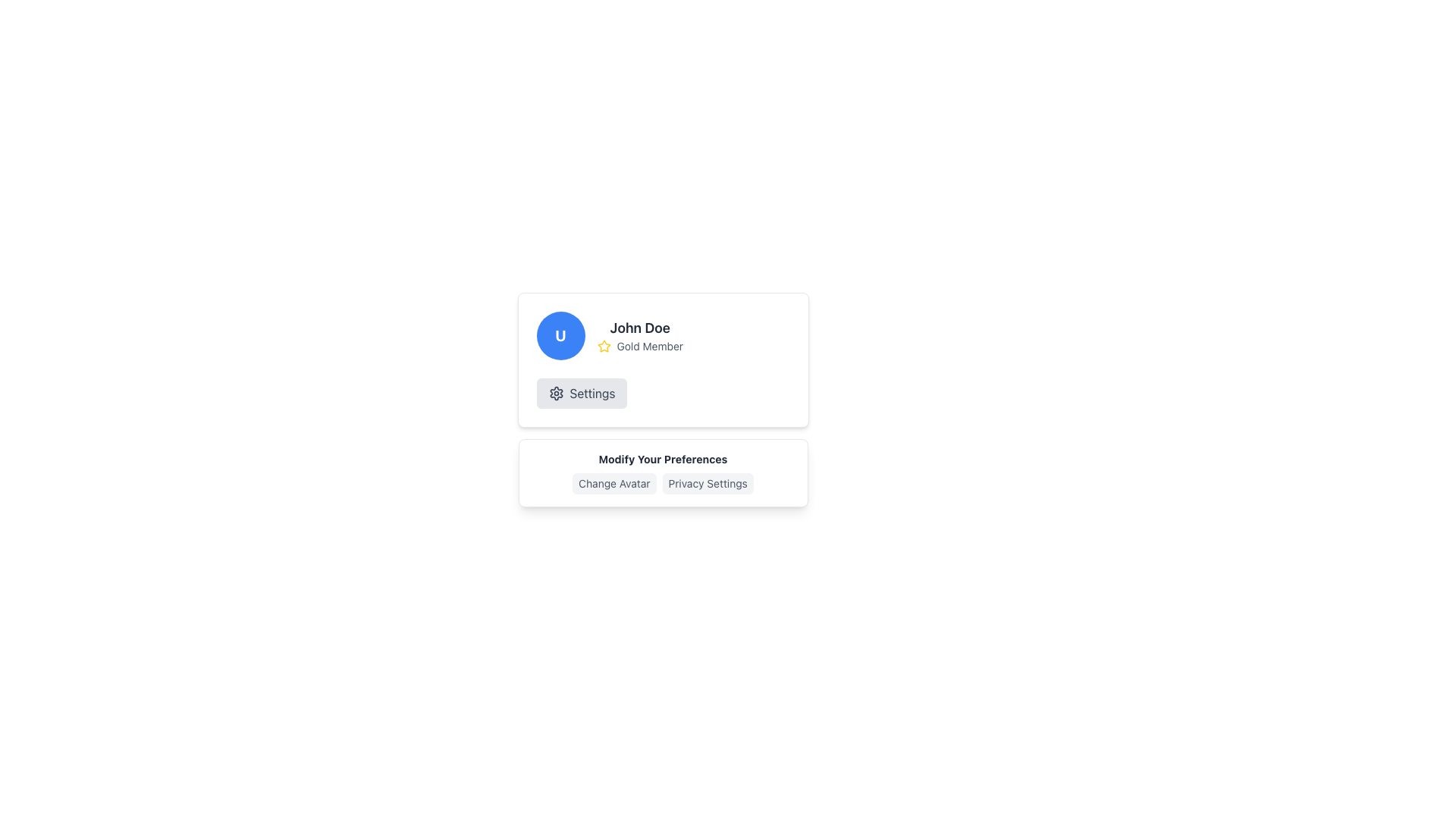 The height and width of the screenshot is (819, 1456). Describe the element at coordinates (663, 458) in the screenshot. I see `the text label that displays 'Modify Your Preferences', which is styled in bold and small font size, positioned above the buttons 'Change Avatar' and 'Privacy Settings'` at that location.